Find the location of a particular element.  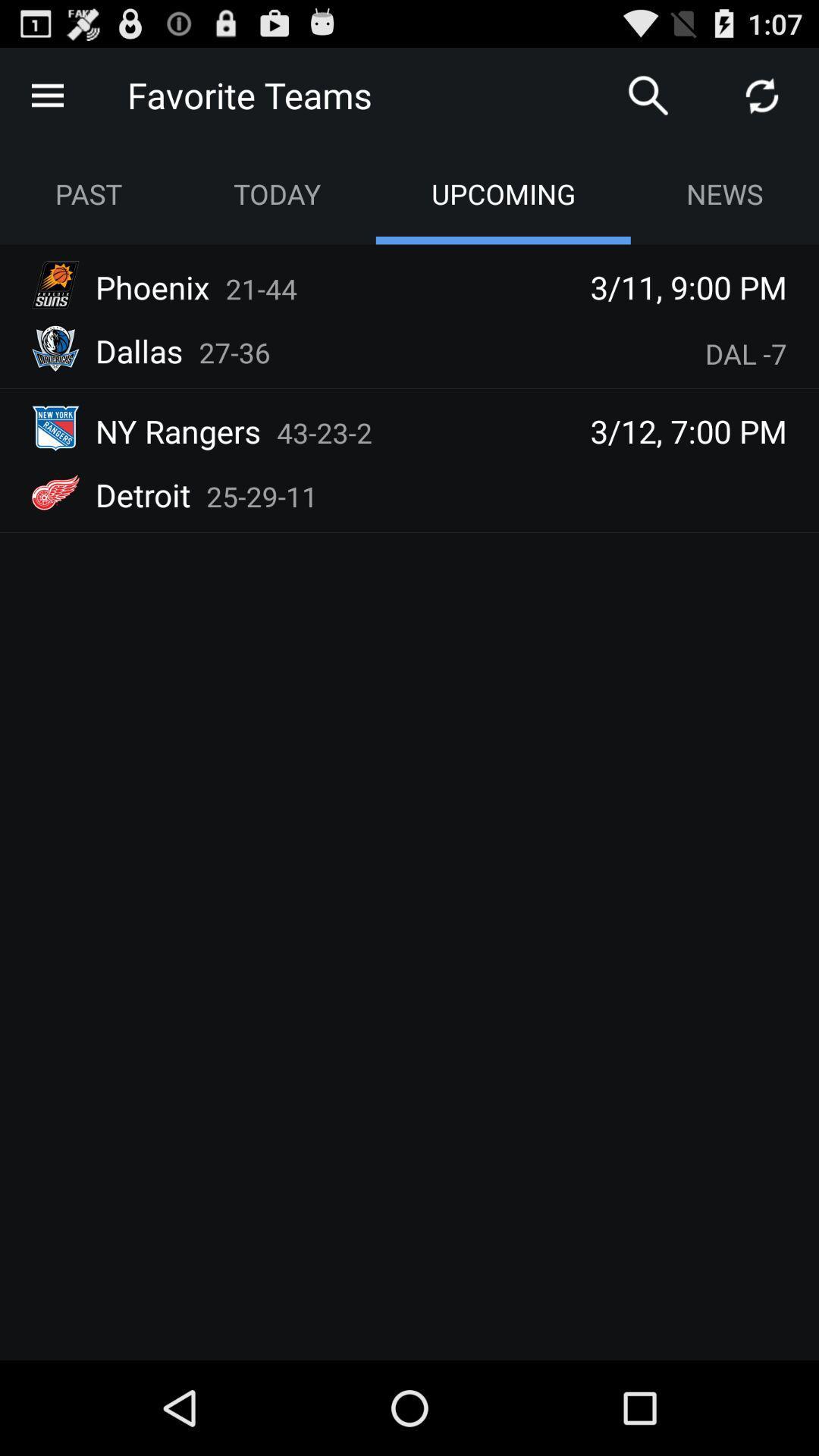

the app below the phoenix icon is located at coordinates (139, 350).